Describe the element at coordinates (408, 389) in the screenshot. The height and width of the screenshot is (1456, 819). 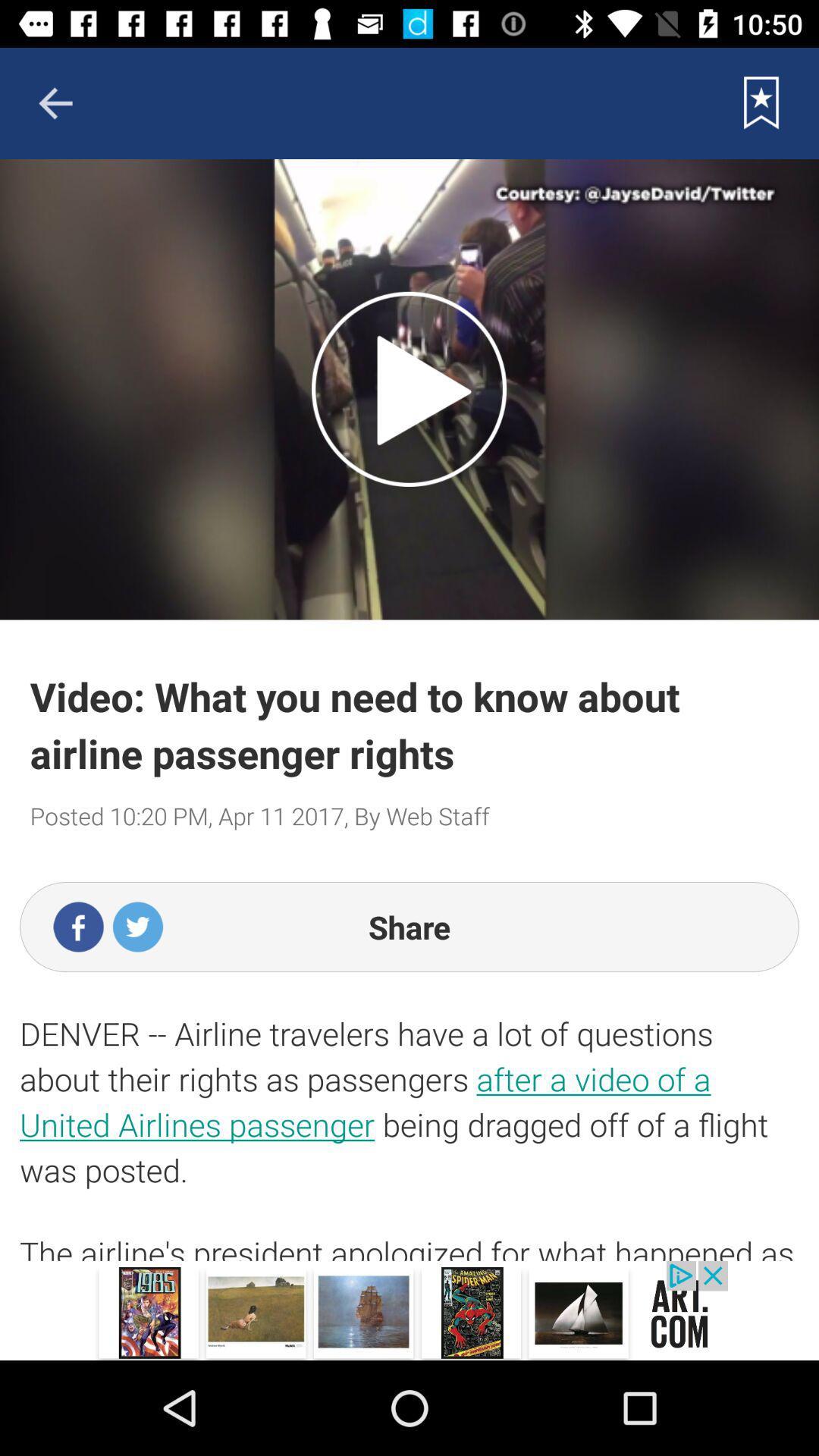
I see `video` at that location.